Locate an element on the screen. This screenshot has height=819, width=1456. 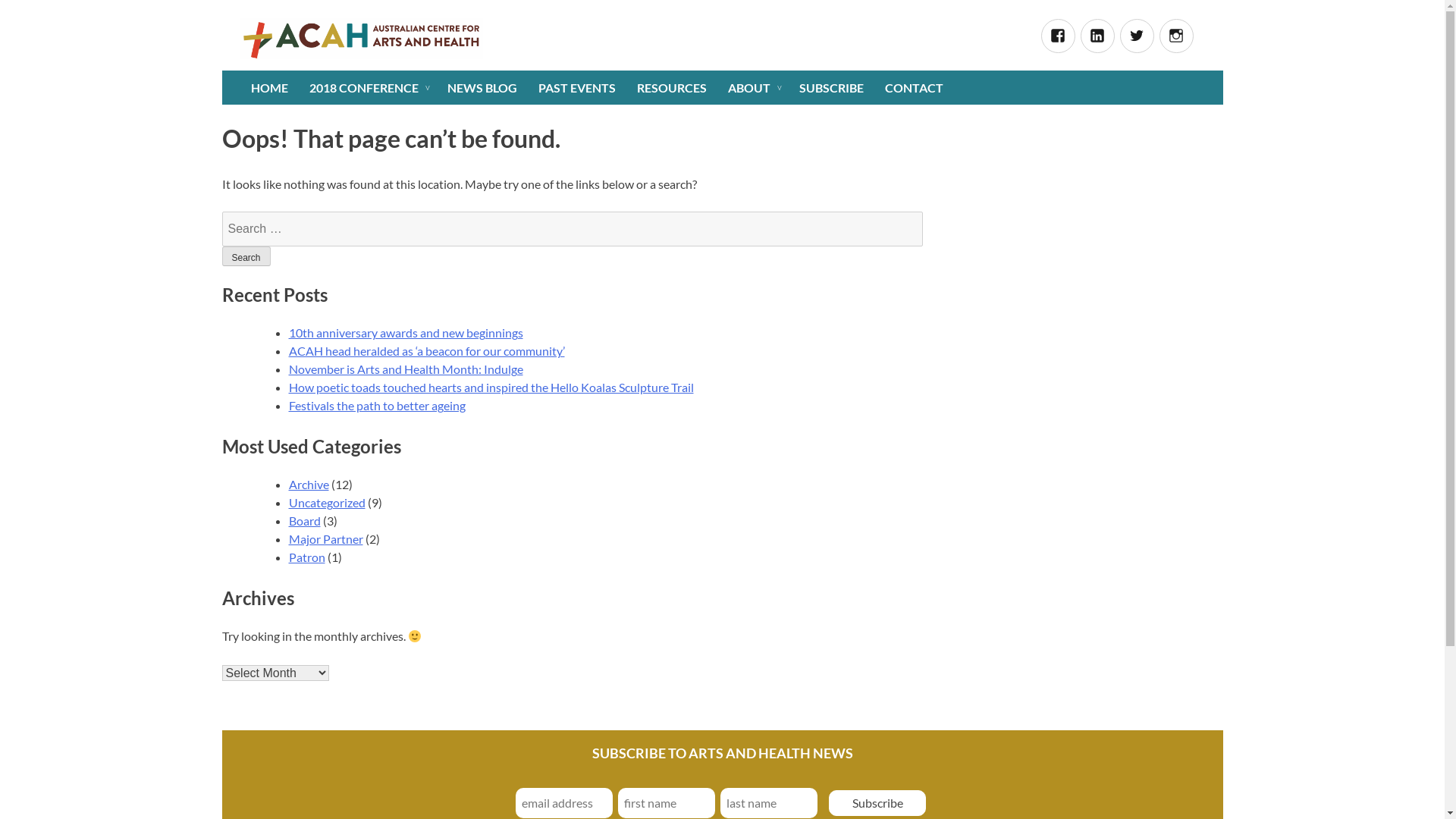
'Instagram' is located at coordinates (1157, 35).